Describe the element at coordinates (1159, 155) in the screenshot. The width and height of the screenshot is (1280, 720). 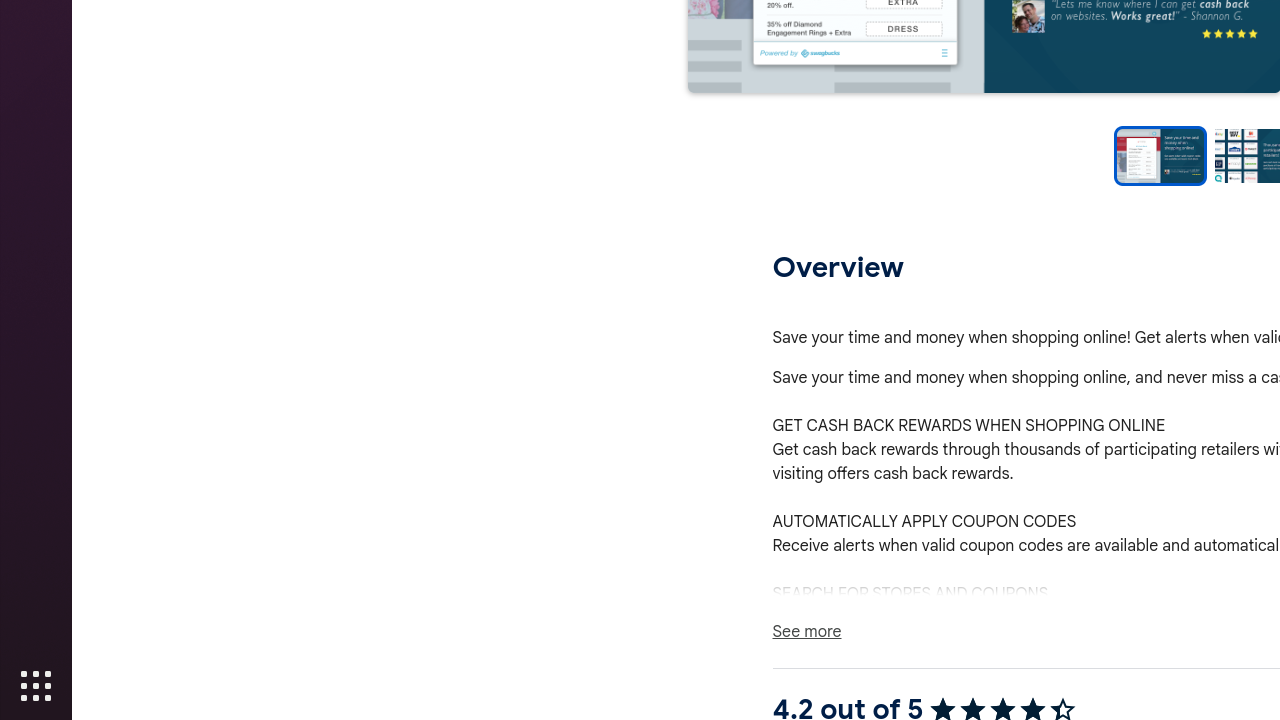
I see `'Preview slide 1'` at that location.